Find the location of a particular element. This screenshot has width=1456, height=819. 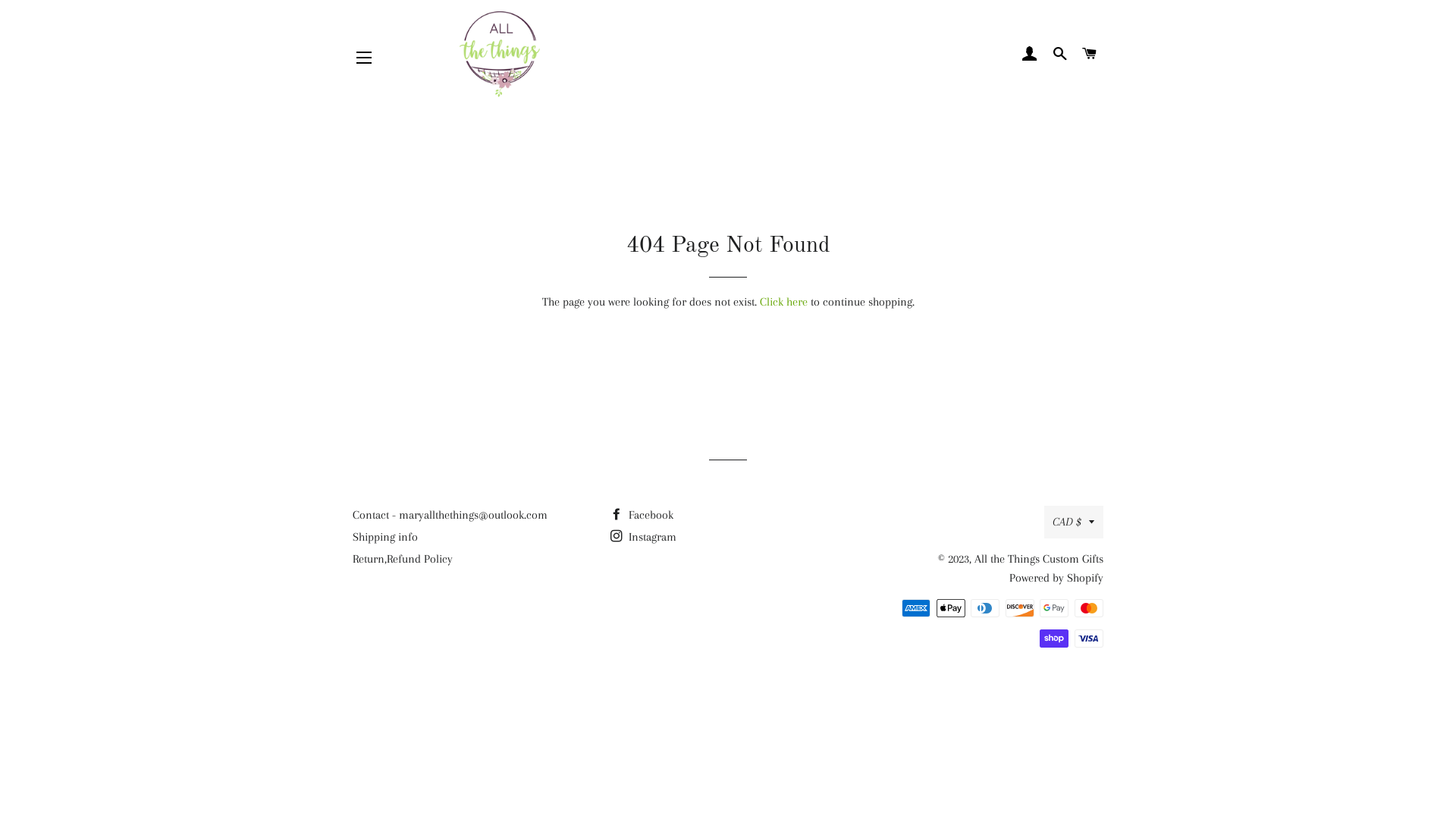

'Powered by Shopify' is located at coordinates (1009, 578).